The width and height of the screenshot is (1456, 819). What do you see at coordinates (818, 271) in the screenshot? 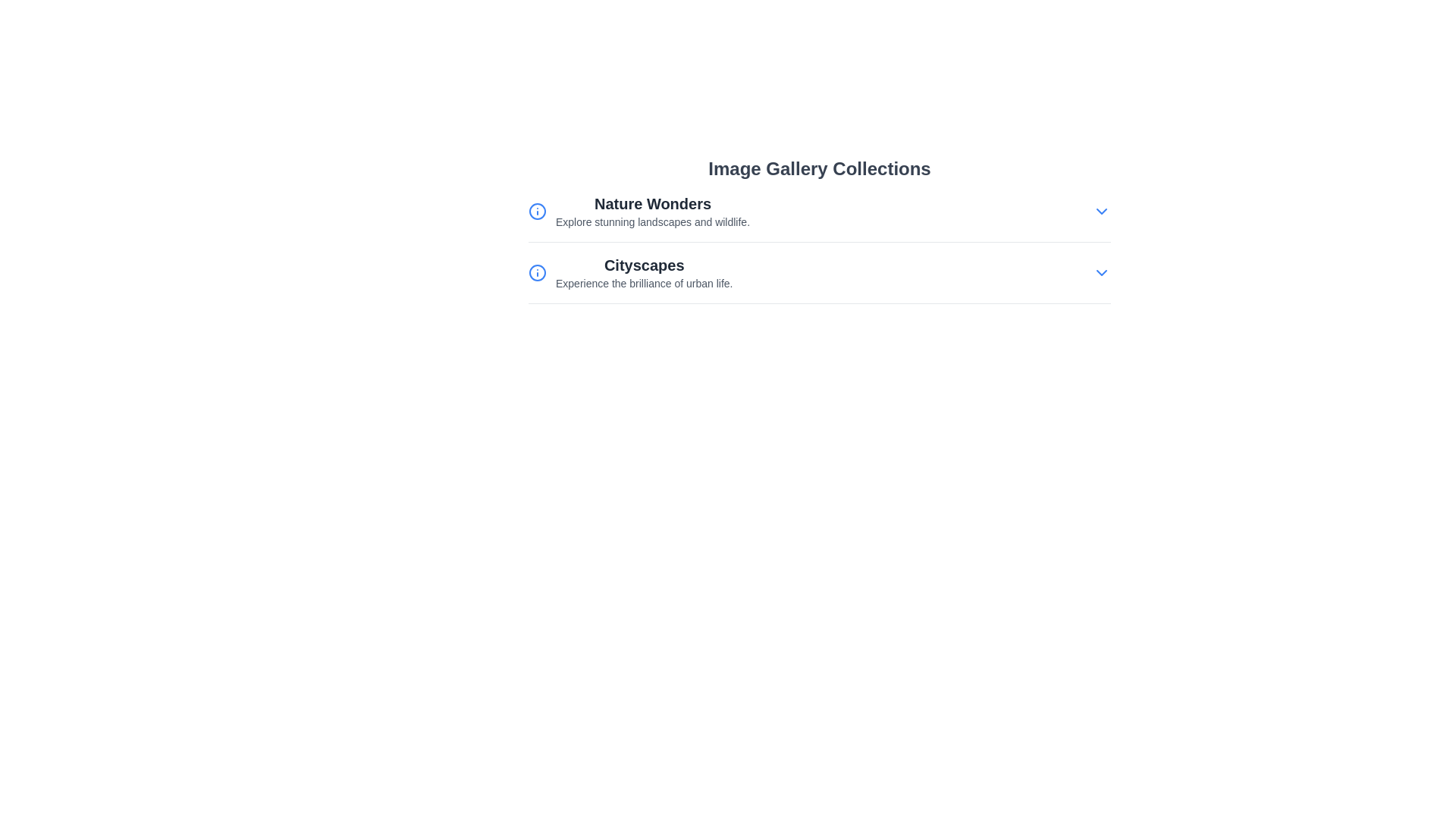
I see `the downward-facing arrow on the 'Cityscapes' list item` at bounding box center [818, 271].